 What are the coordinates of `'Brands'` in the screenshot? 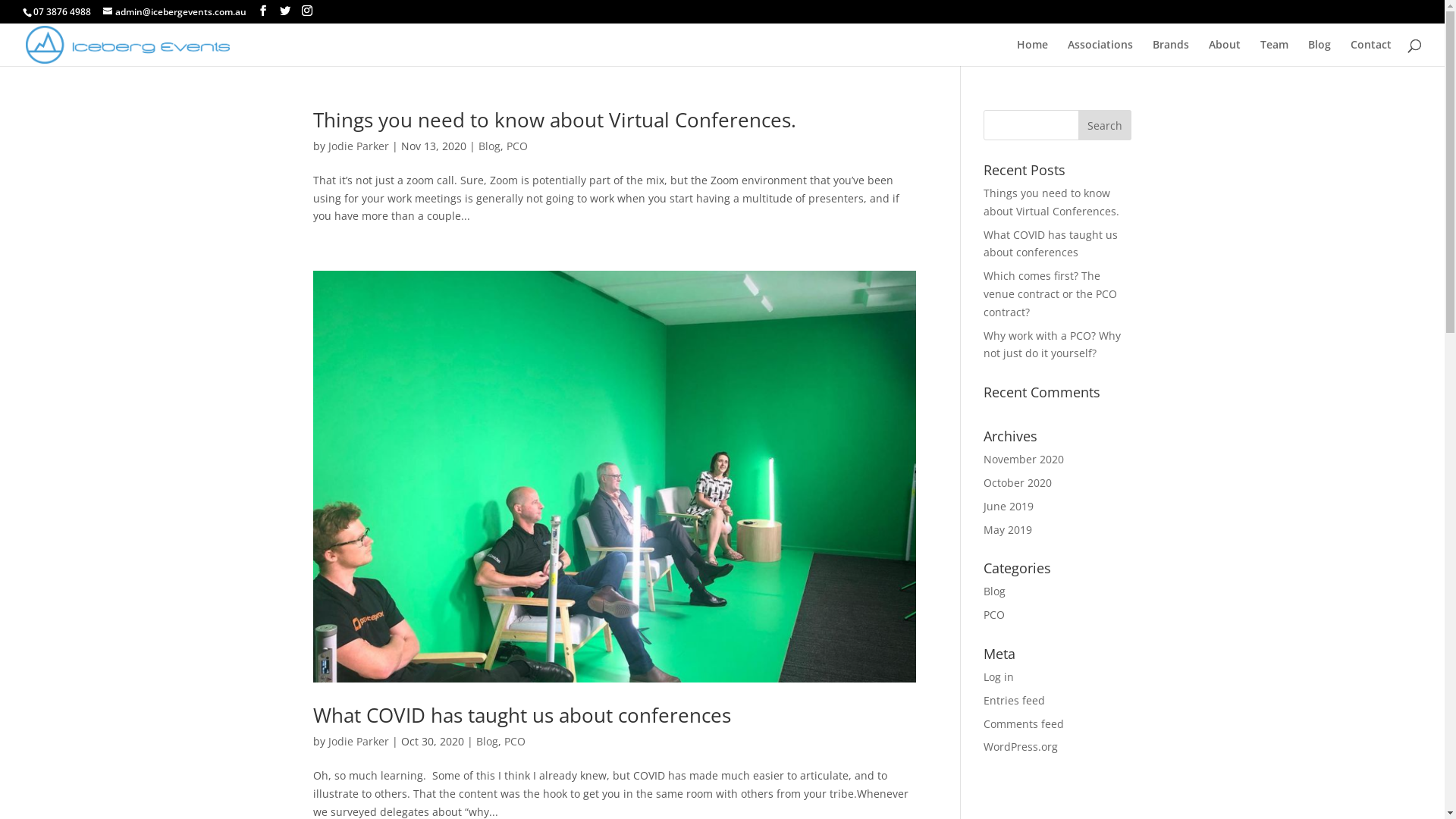 It's located at (1170, 52).